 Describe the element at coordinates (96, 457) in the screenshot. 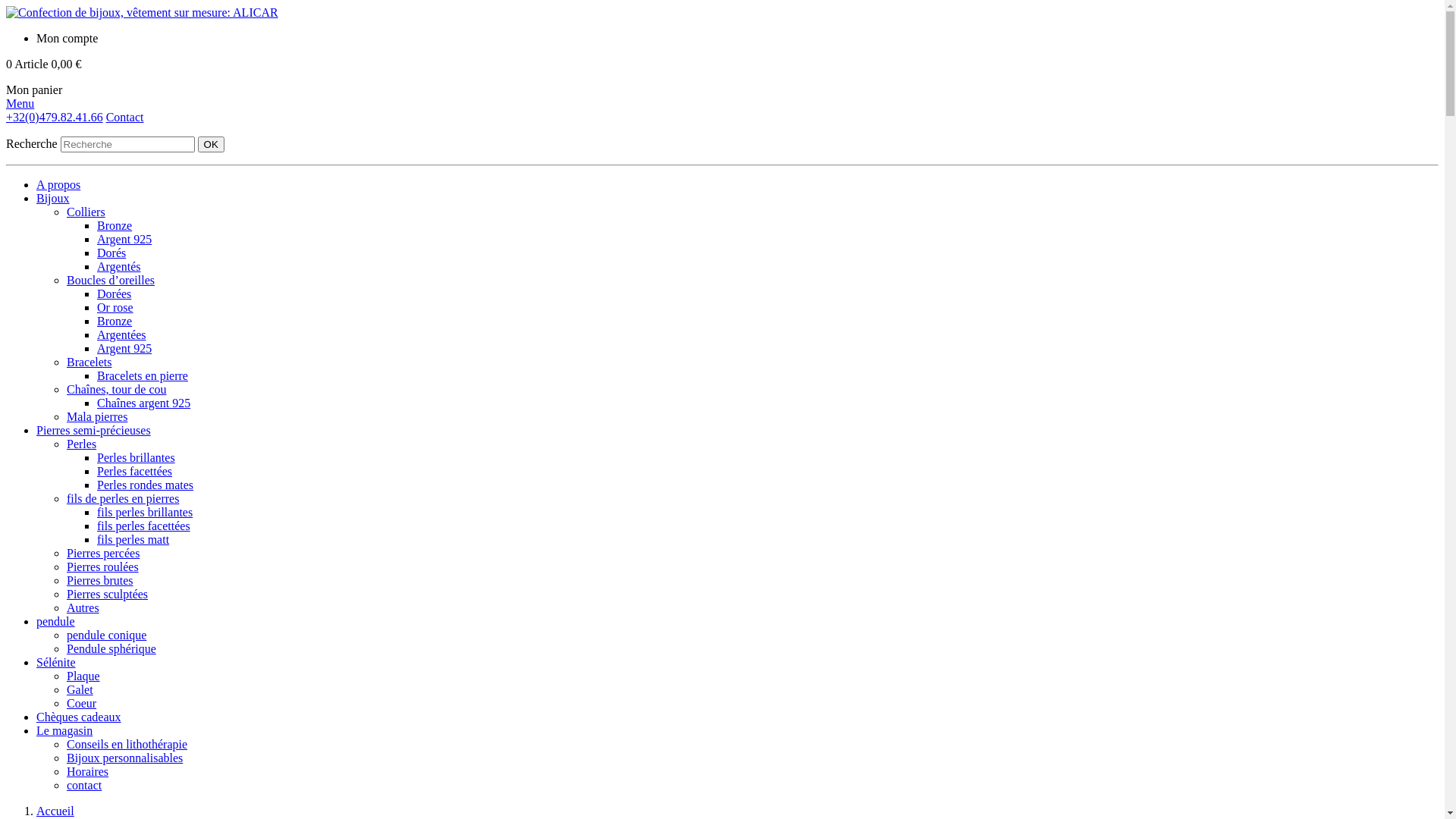

I see `'Perles brillantes'` at that location.